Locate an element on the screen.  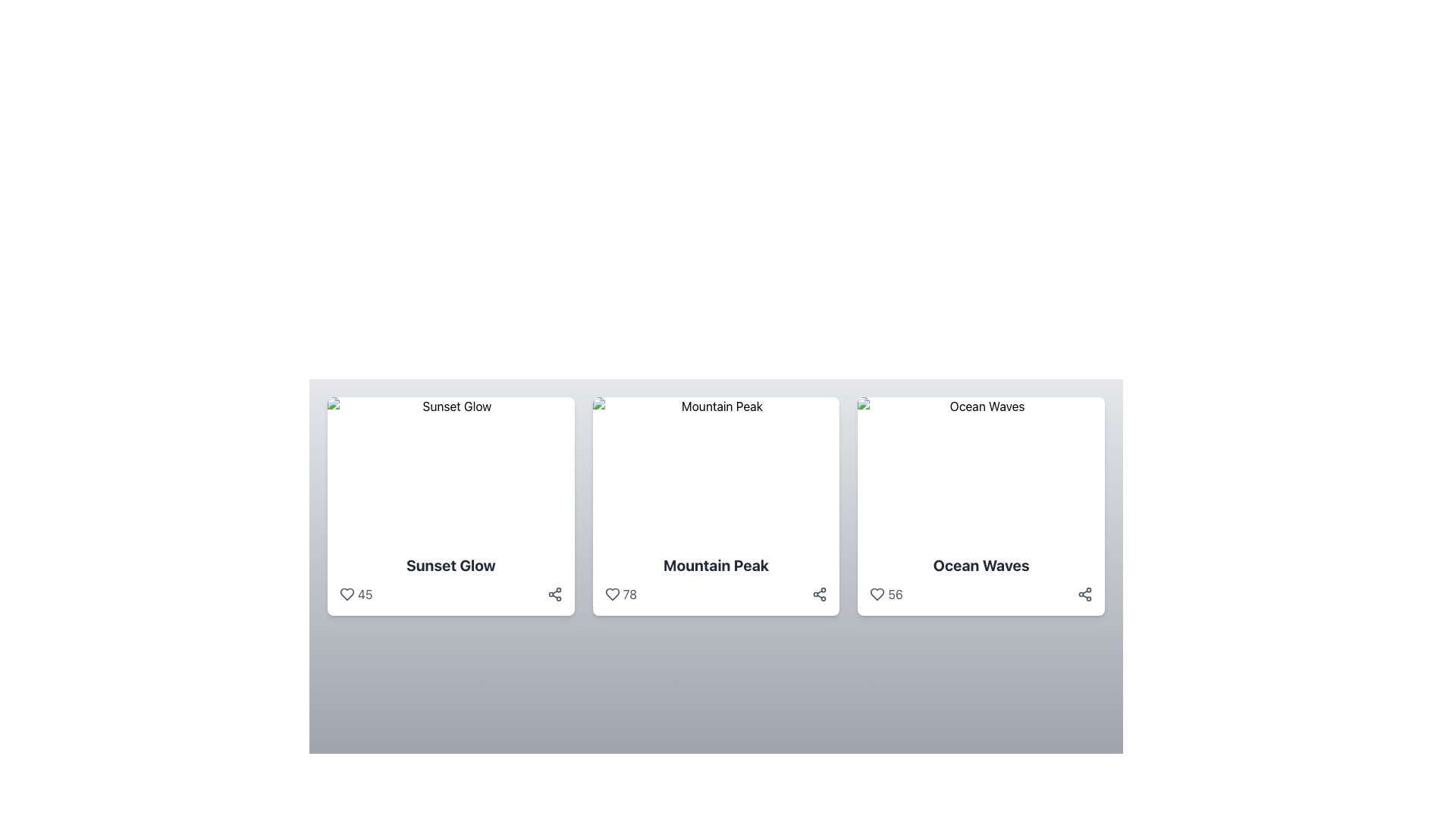
like count displayed in the Interactive Like Display, which shows '56' for the associated content located below the text 'Ocean Waves' is located at coordinates (886, 593).